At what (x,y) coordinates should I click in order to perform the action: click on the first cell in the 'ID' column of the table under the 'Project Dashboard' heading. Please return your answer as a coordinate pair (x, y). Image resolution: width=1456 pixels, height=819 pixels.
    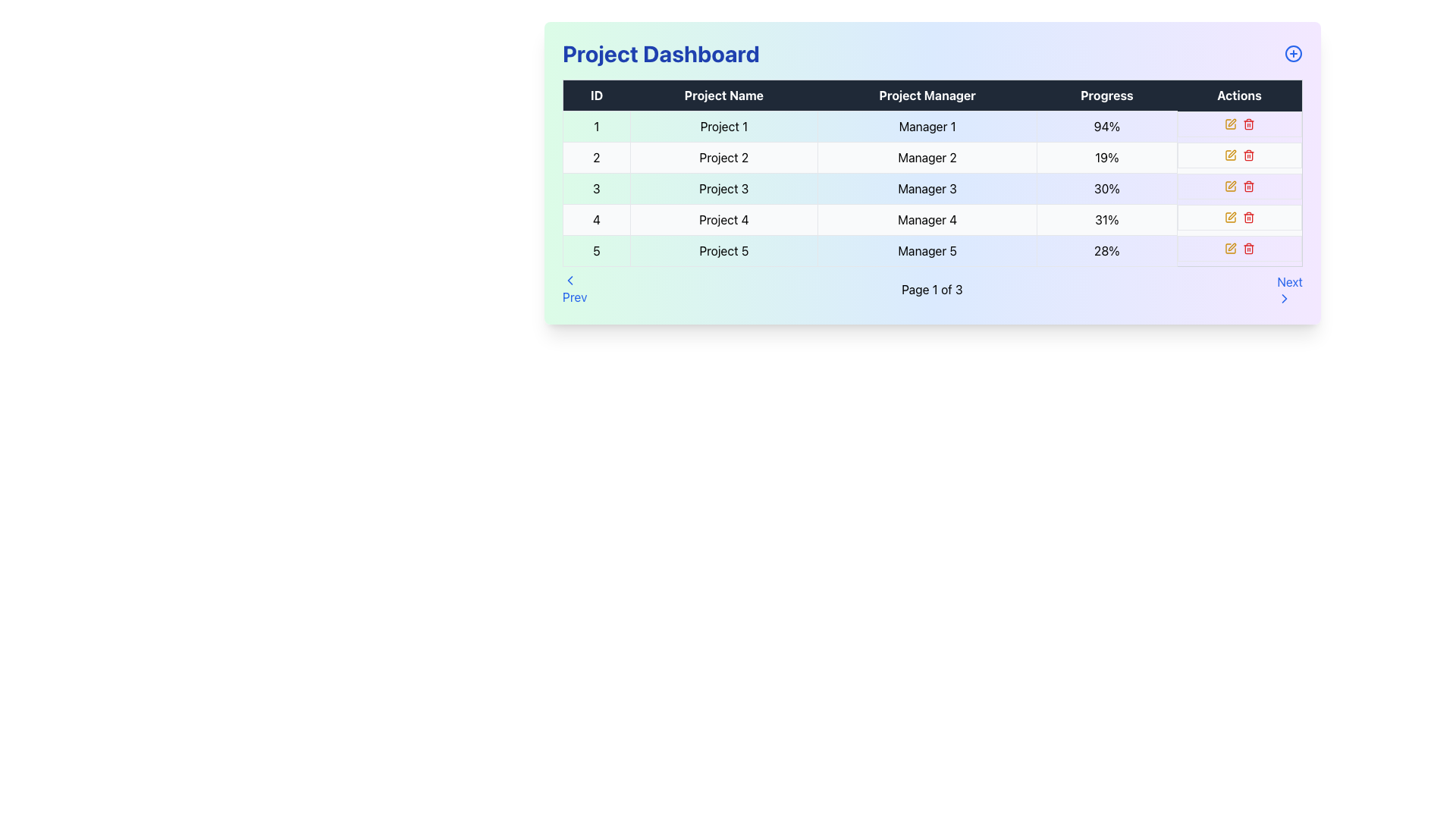
    Looking at the image, I should click on (595, 125).